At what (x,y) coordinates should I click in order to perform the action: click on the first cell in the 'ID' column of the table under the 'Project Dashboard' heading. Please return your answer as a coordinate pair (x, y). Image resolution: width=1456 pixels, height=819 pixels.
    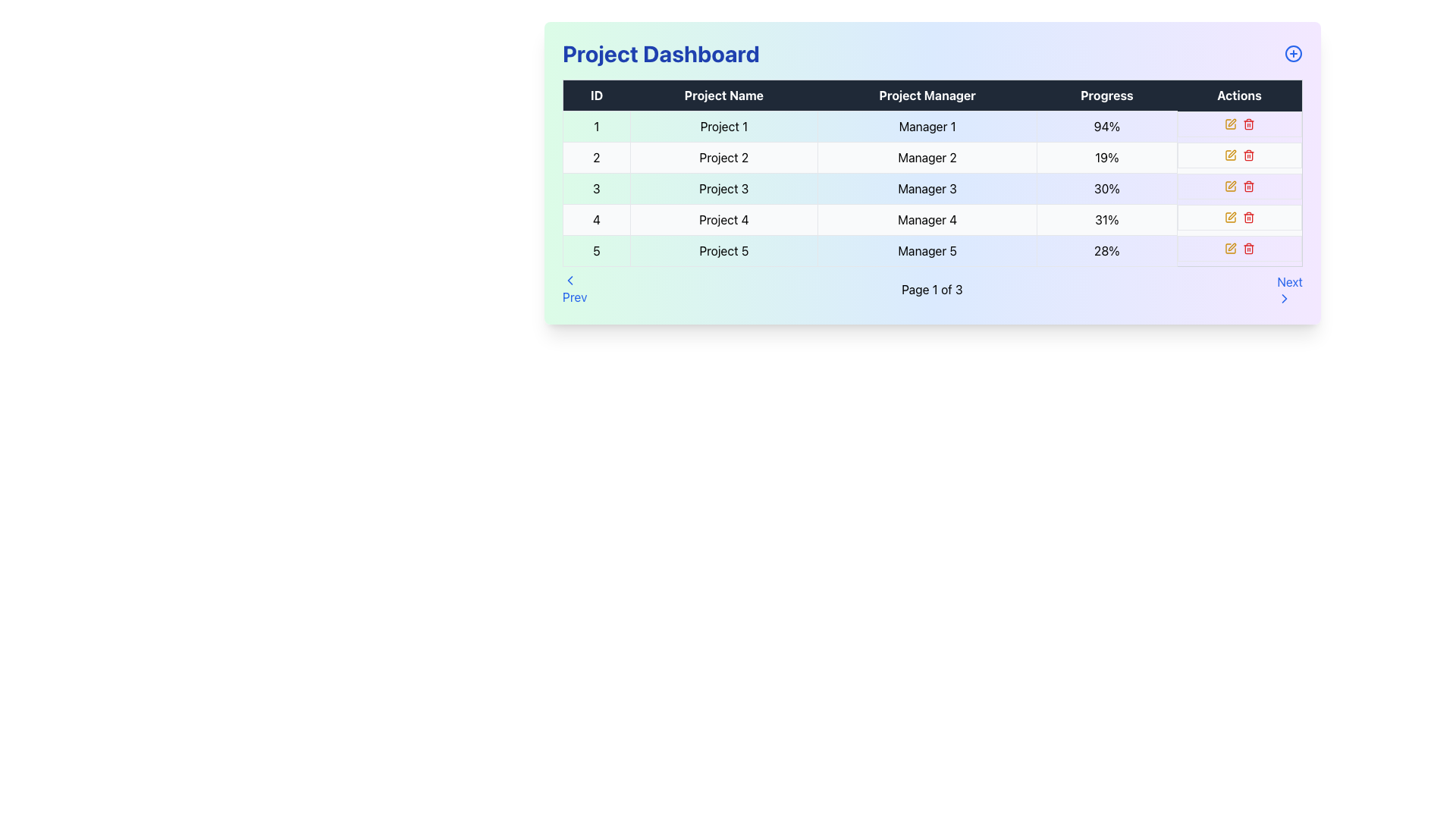
    Looking at the image, I should click on (595, 125).